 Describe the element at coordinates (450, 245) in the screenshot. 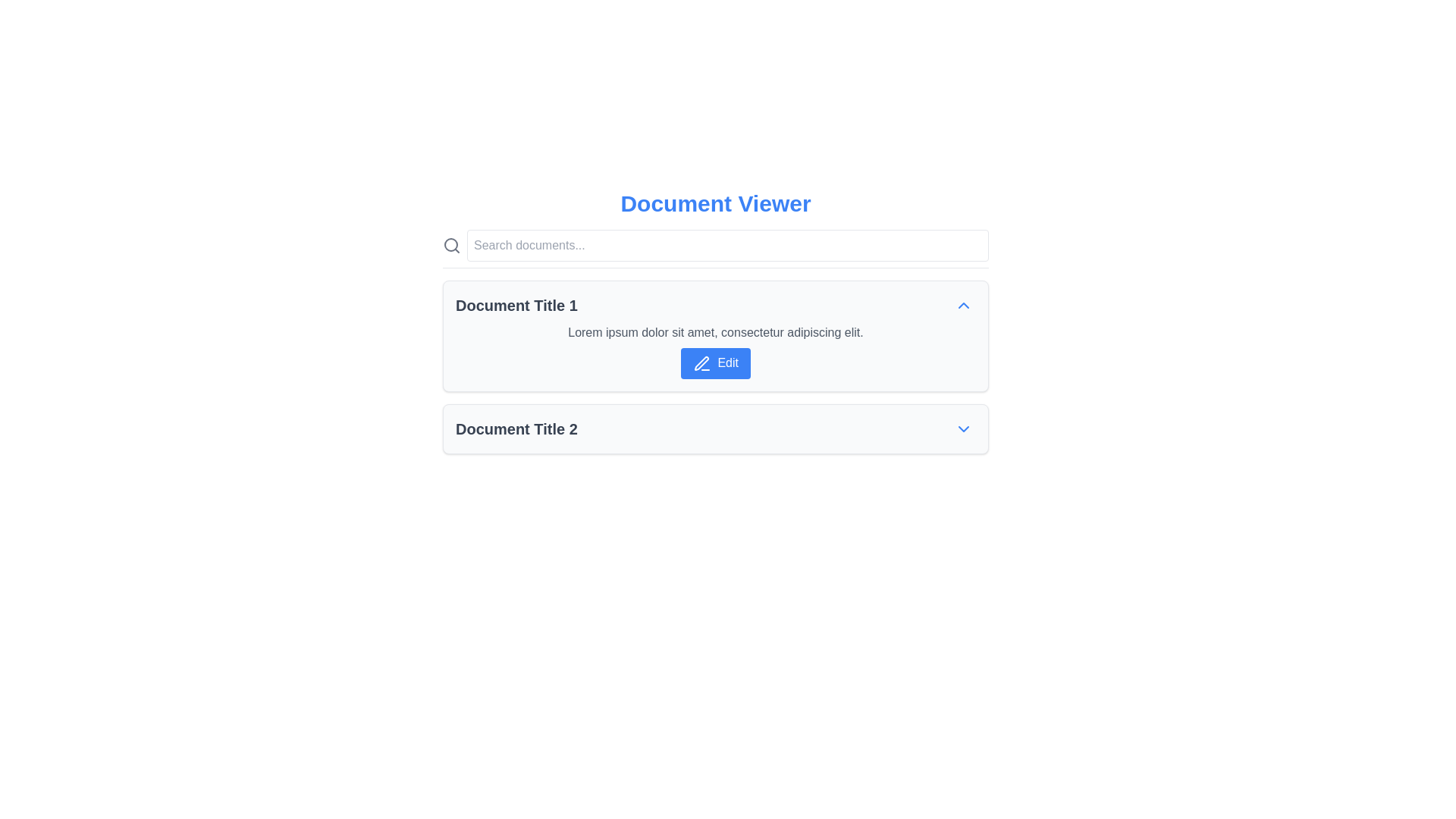

I see `the search icon located on the left side of the search bar in the upper section of the interface, which serves as a visual indicator for search functionality` at that location.